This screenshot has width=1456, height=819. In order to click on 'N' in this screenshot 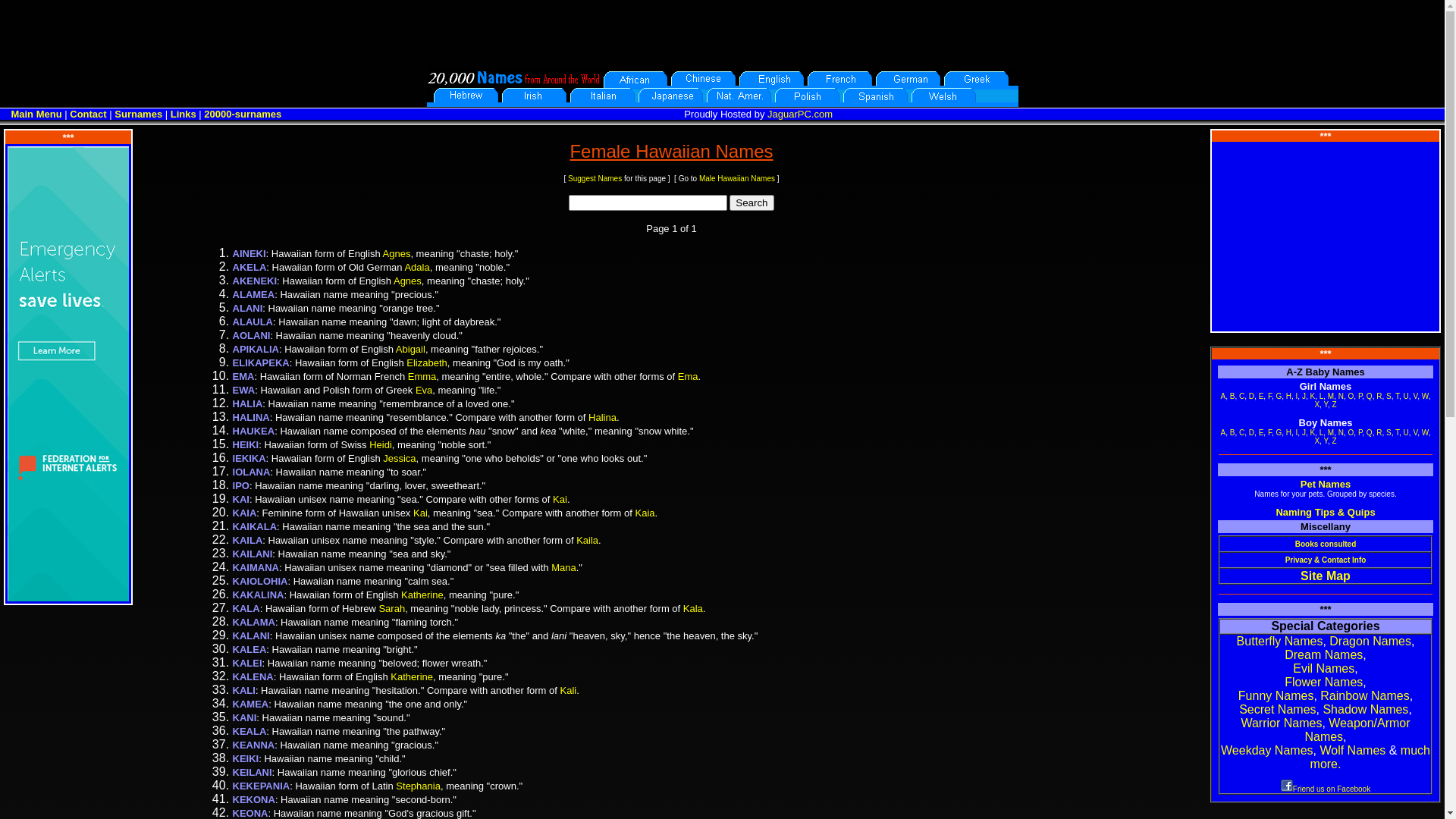, I will do `click(1341, 395)`.